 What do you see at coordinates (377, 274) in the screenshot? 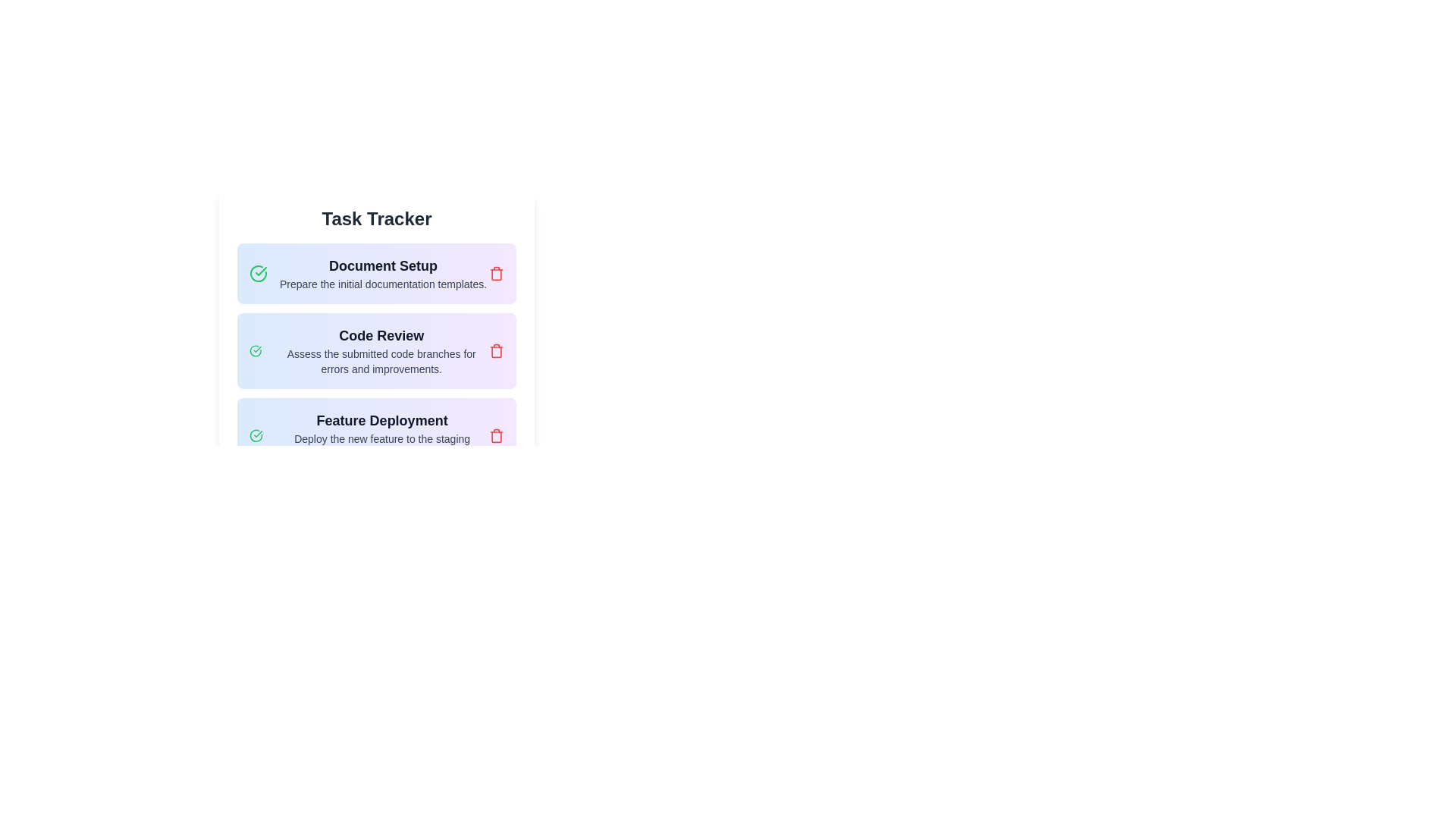
I see `the task card component labeled 'Document Setup' which is the first item in the task list under the 'Task Tracker' title` at bounding box center [377, 274].